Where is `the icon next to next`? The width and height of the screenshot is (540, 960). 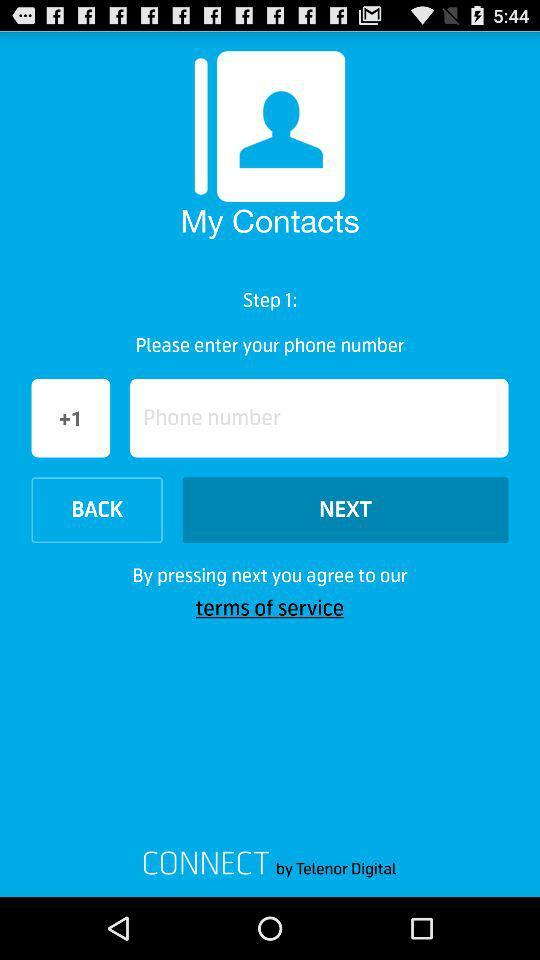 the icon next to next is located at coordinates (96, 509).